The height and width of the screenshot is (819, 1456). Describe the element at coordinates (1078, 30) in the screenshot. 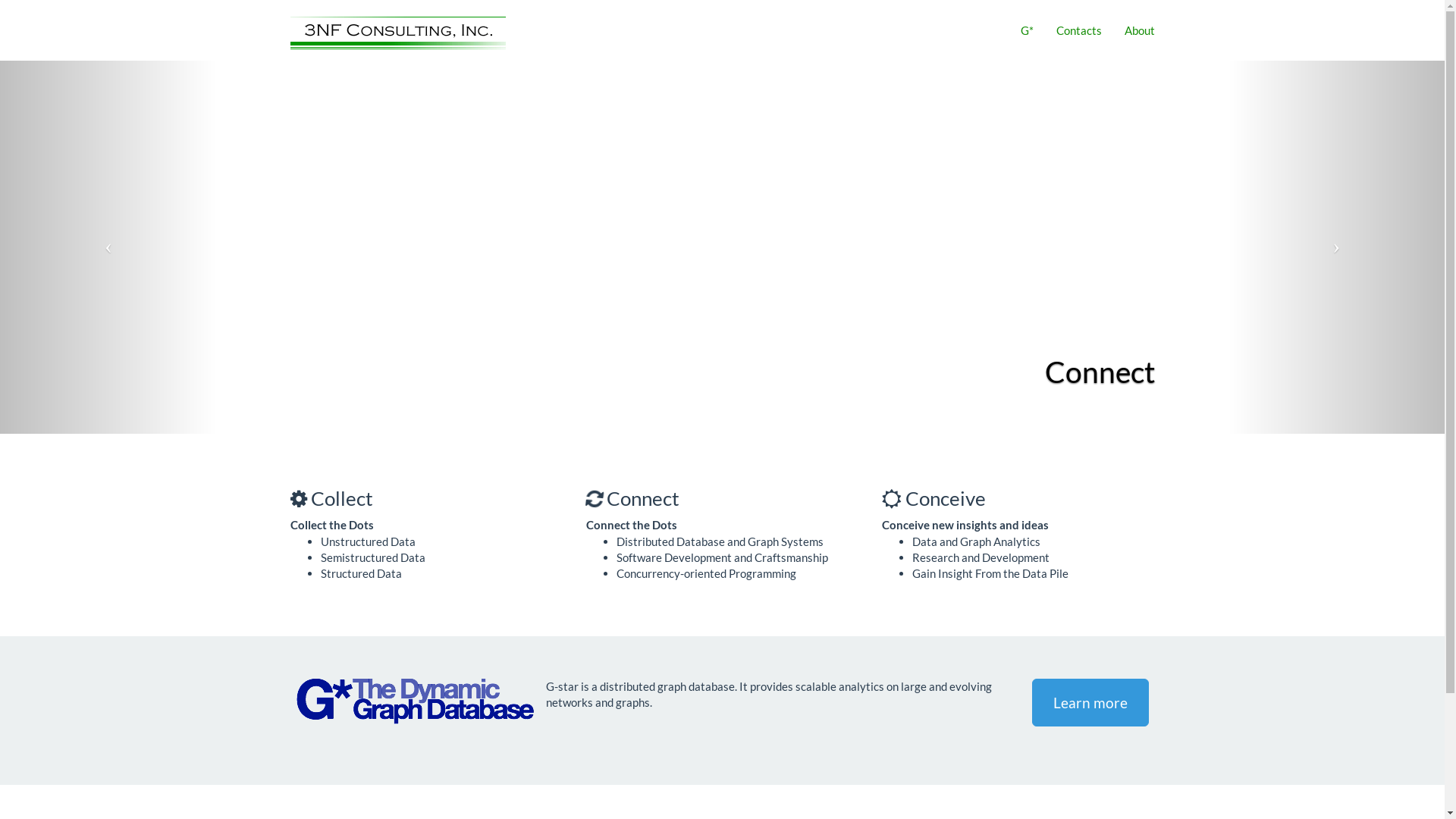

I see `'Contacts'` at that location.